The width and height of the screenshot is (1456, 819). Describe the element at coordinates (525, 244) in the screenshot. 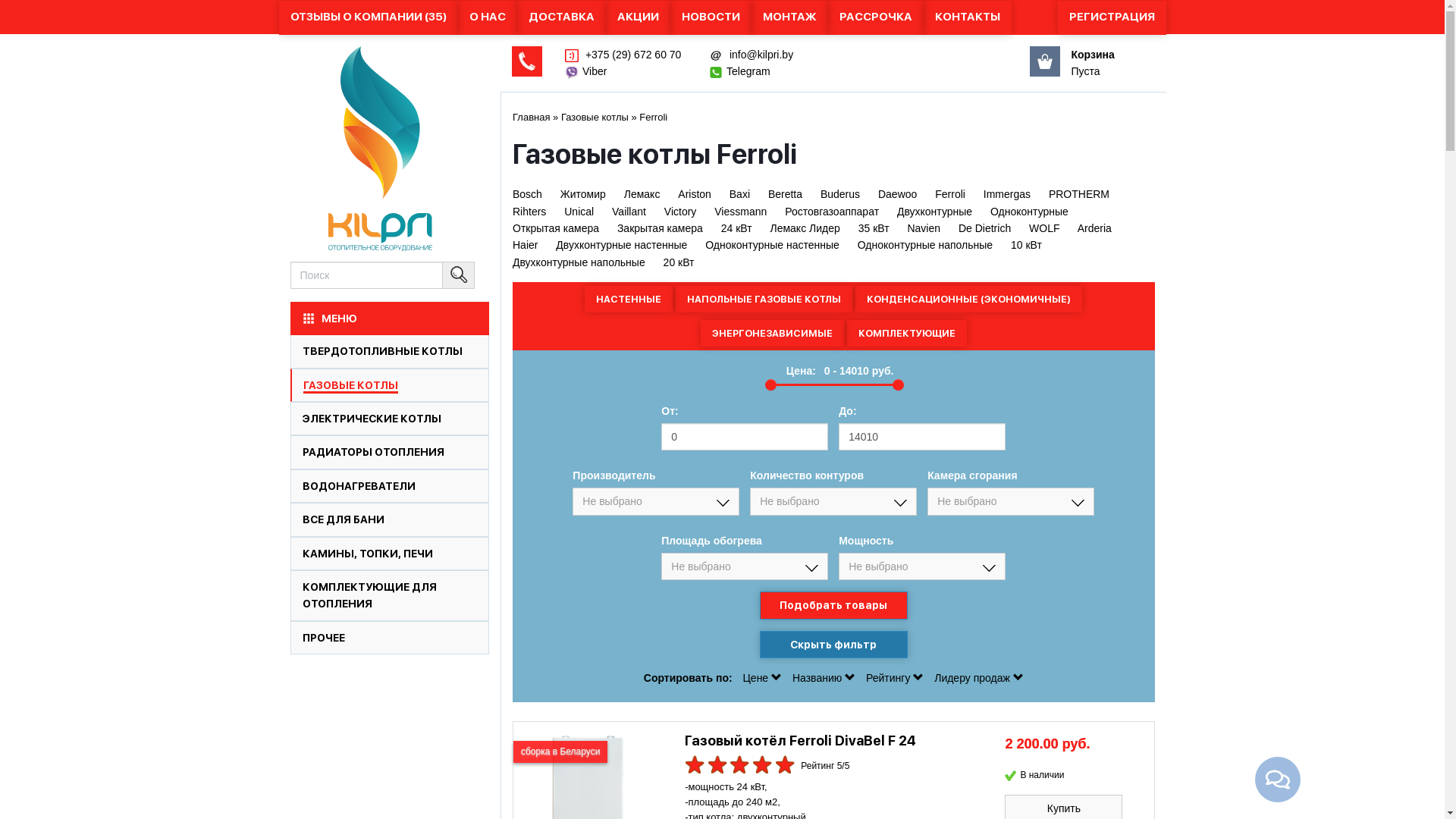

I see `'Haier'` at that location.